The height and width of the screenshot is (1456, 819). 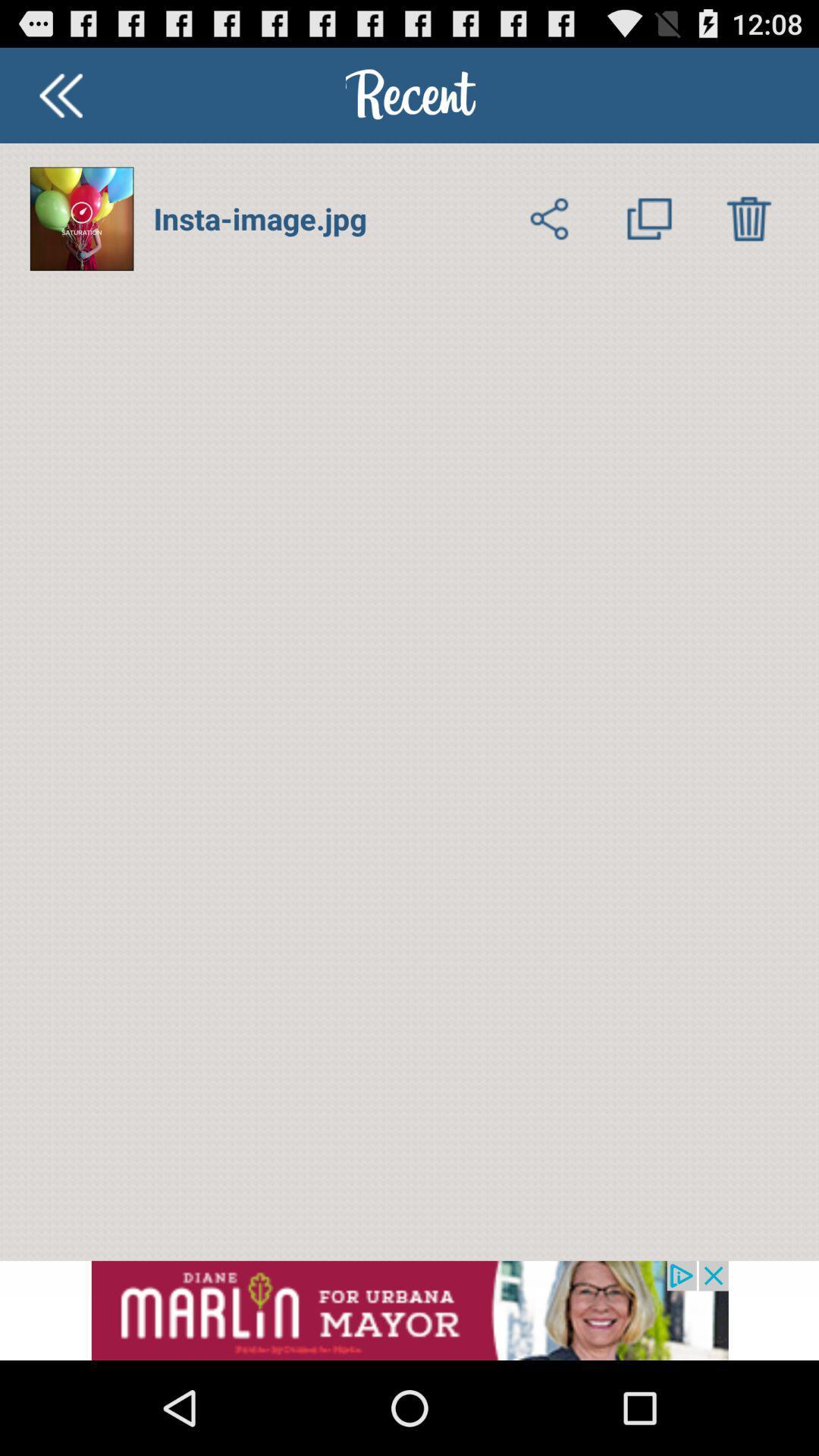 What do you see at coordinates (648, 218) in the screenshot?
I see `multiple images` at bounding box center [648, 218].